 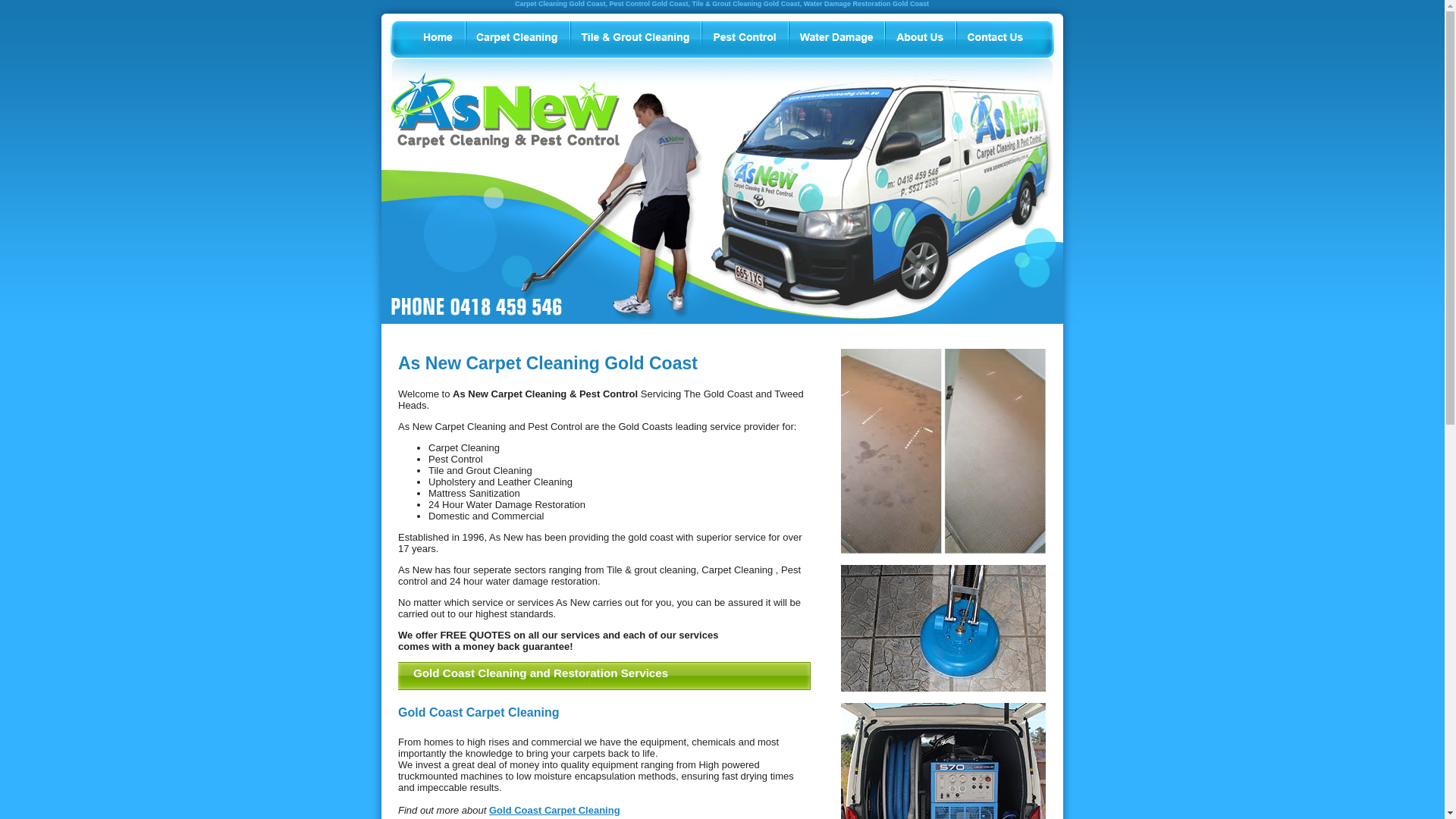 What do you see at coordinates (554, 809) in the screenshot?
I see `'Gold Coast Carpet Cleaning'` at bounding box center [554, 809].